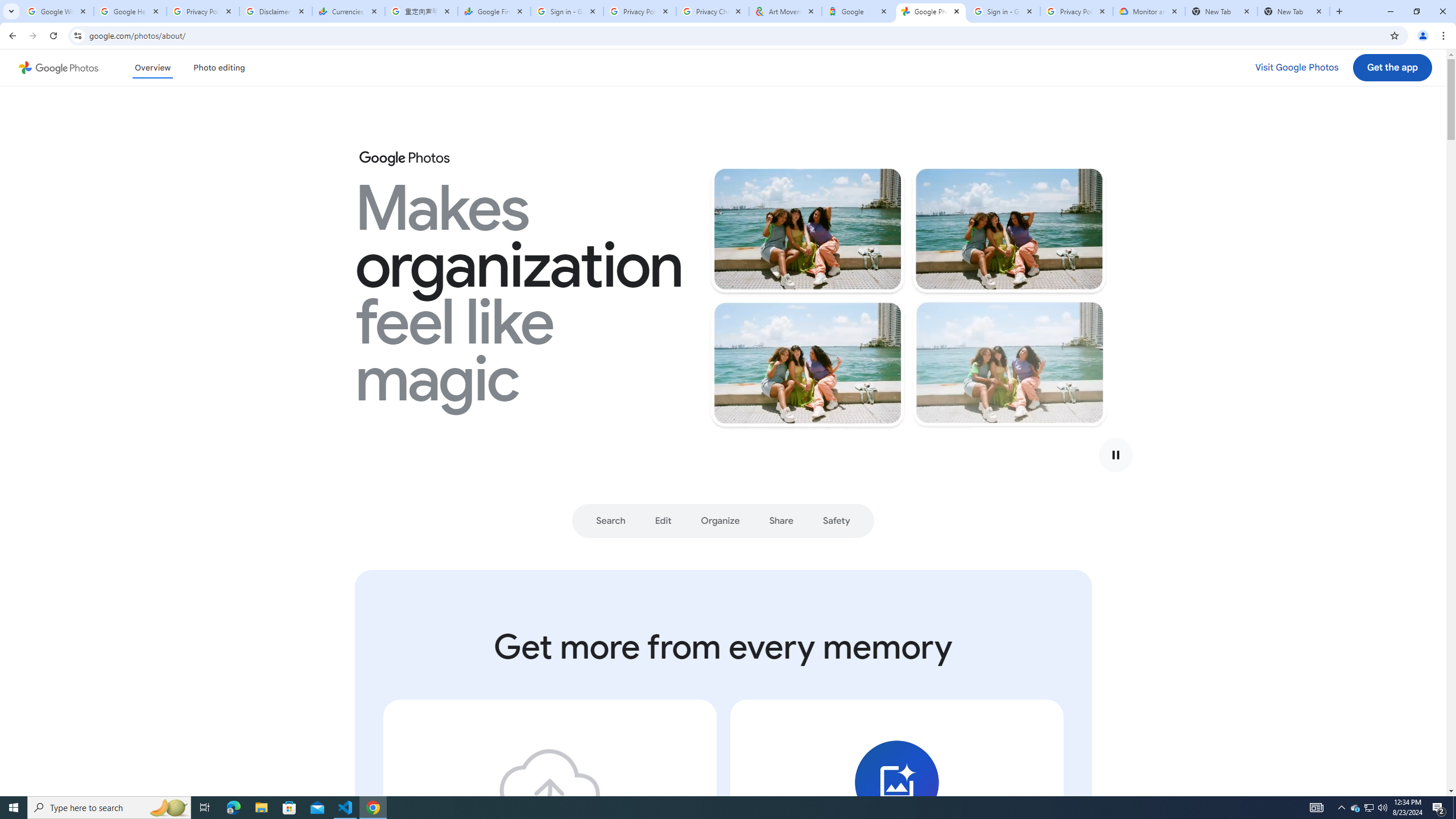  What do you see at coordinates (895, 781) in the screenshot?
I see `'A photo icon with sparkle indicating AI capability.'` at bounding box center [895, 781].